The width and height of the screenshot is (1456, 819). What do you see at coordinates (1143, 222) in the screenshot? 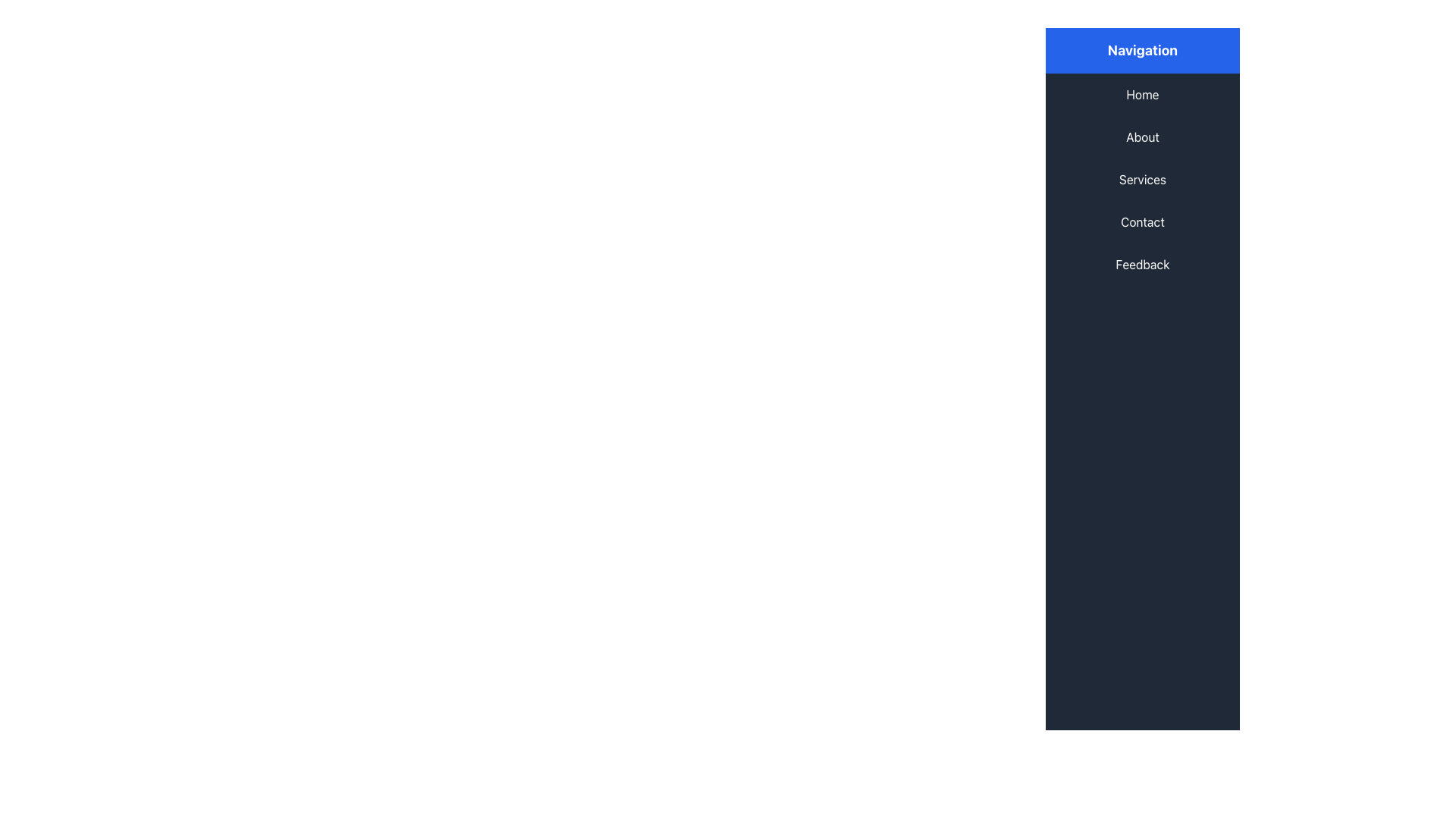
I see `the 'Contact' navigation item, which is the fourth item in the vertical list of navigation options` at bounding box center [1143, 222].